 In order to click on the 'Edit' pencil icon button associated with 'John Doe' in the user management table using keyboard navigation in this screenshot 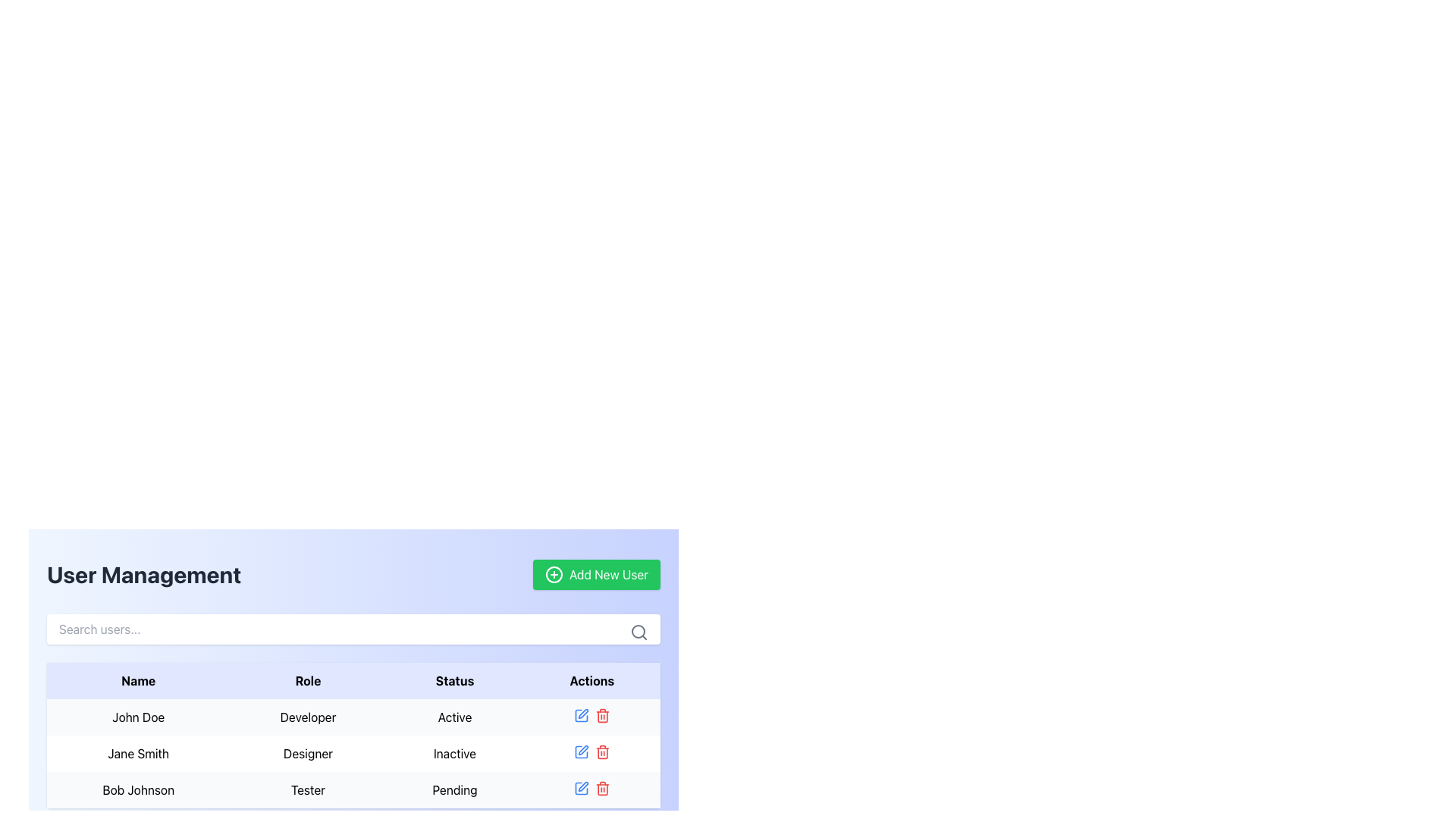, I will do `click(582, 714)`.